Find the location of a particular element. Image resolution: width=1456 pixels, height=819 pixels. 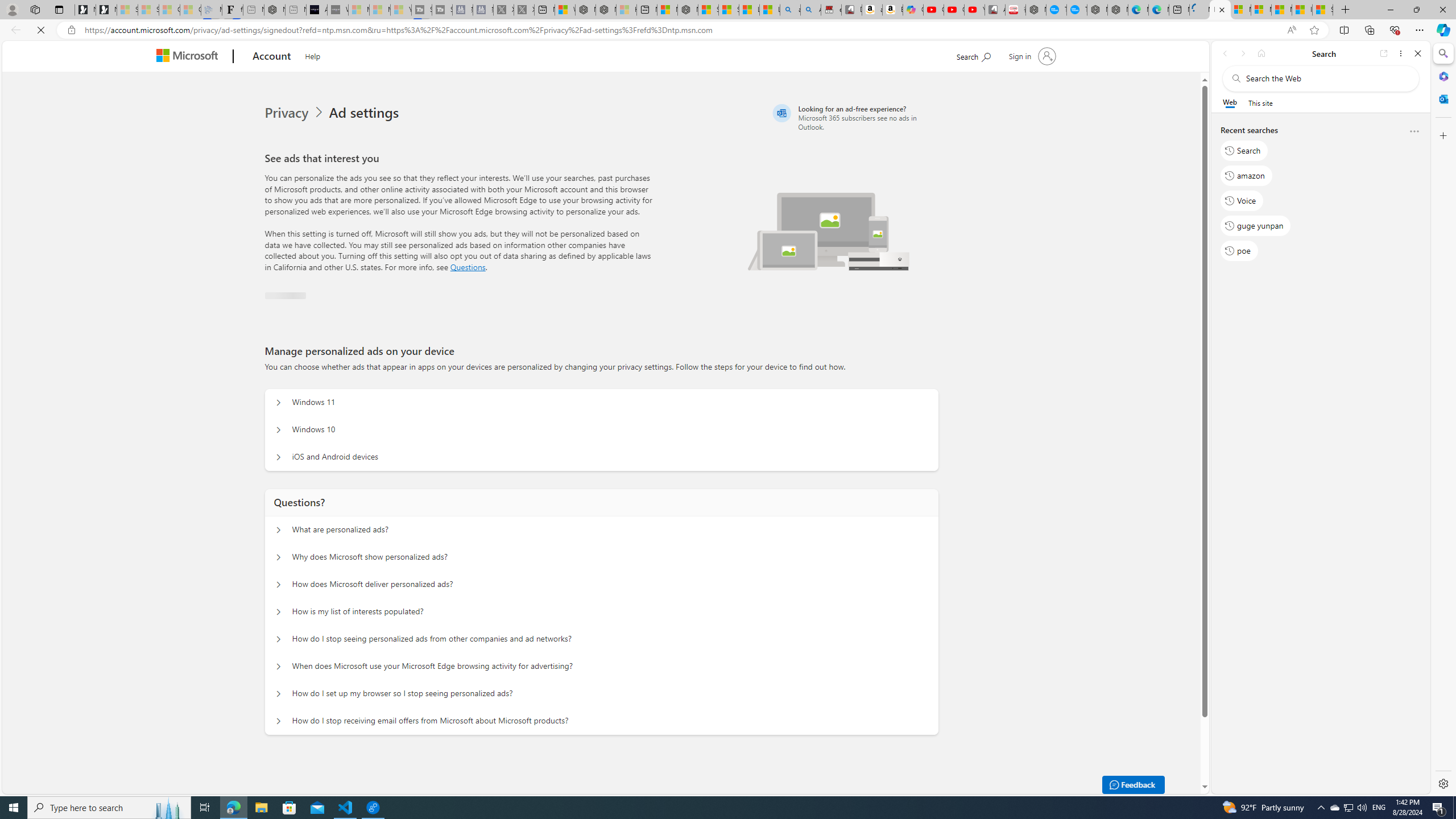

'All Cubot phones' is located at coordinates (994, 9).